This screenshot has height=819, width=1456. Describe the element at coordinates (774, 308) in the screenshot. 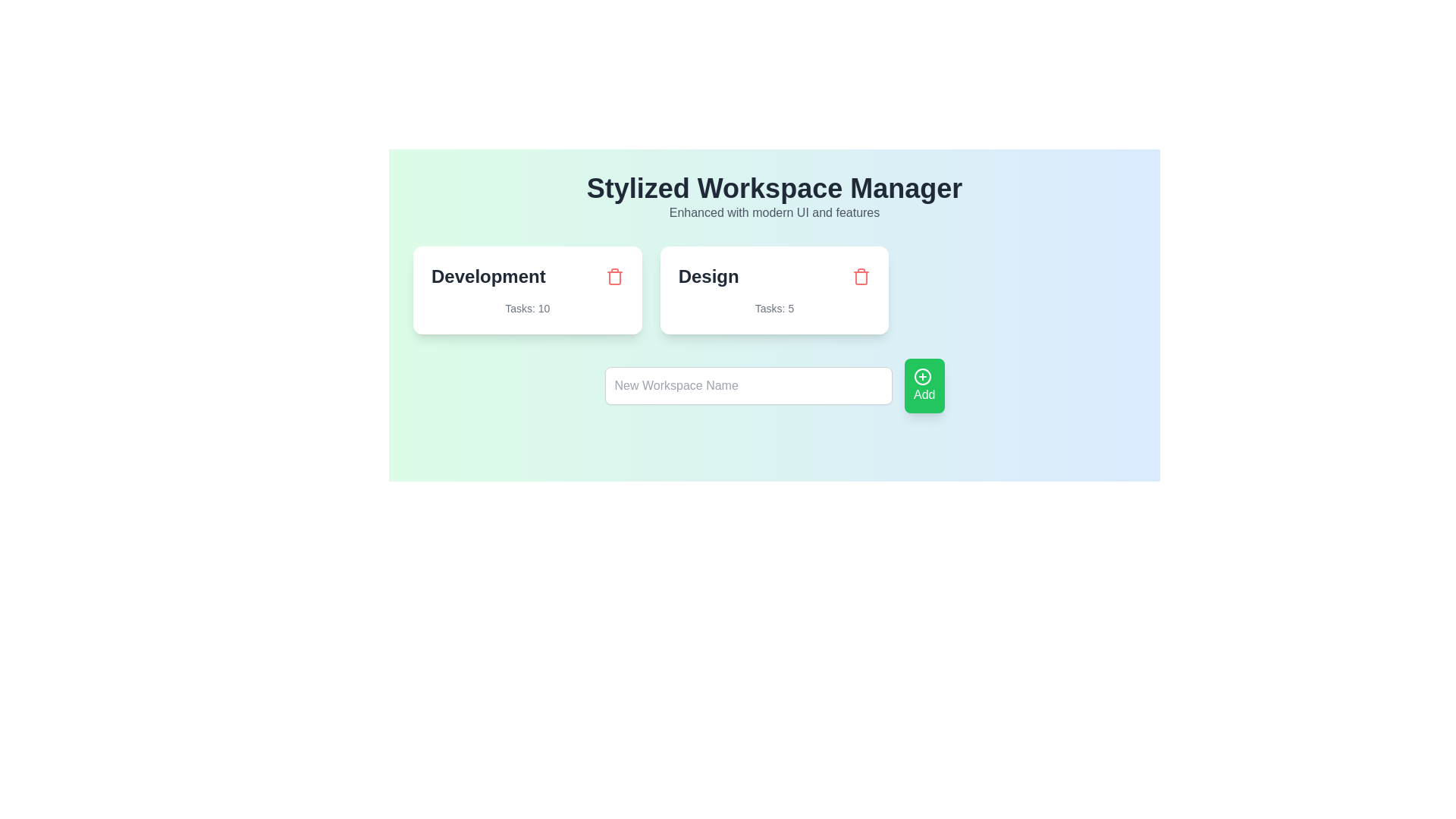

I see `the static text label displaying 'Tasks: 5' located below the header 'Design' within the white rectangular card` at that location.